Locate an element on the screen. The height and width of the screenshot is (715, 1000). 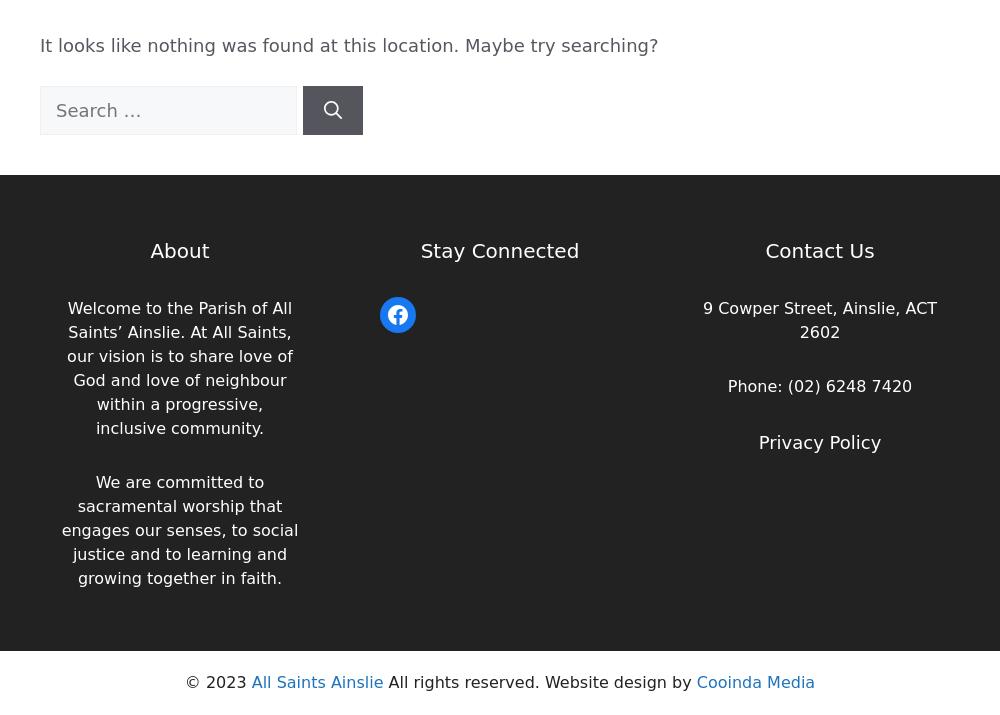
'© 2023' is located at coordinates (216, 682).